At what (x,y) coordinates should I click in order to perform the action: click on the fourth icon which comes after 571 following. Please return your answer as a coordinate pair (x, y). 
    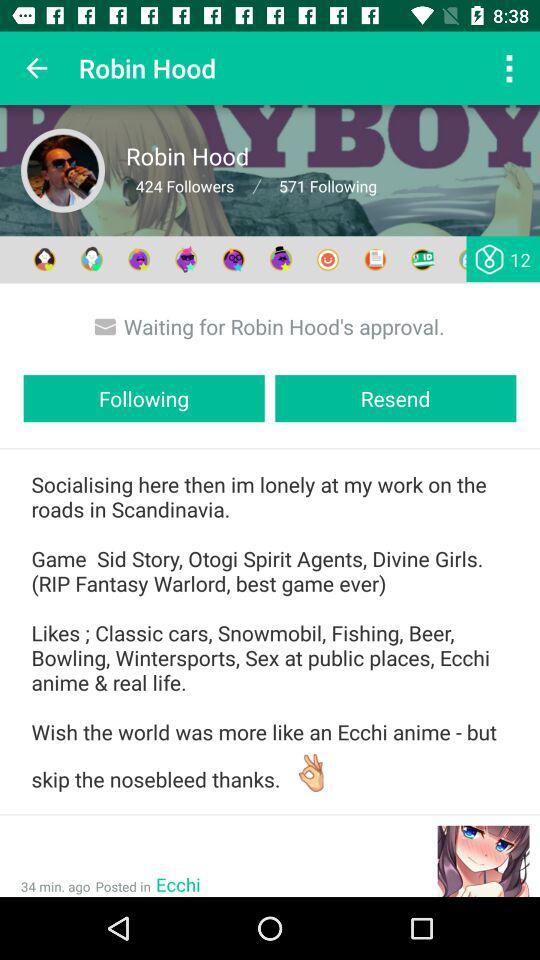
    Looking at the image, I should click on (186, 258).